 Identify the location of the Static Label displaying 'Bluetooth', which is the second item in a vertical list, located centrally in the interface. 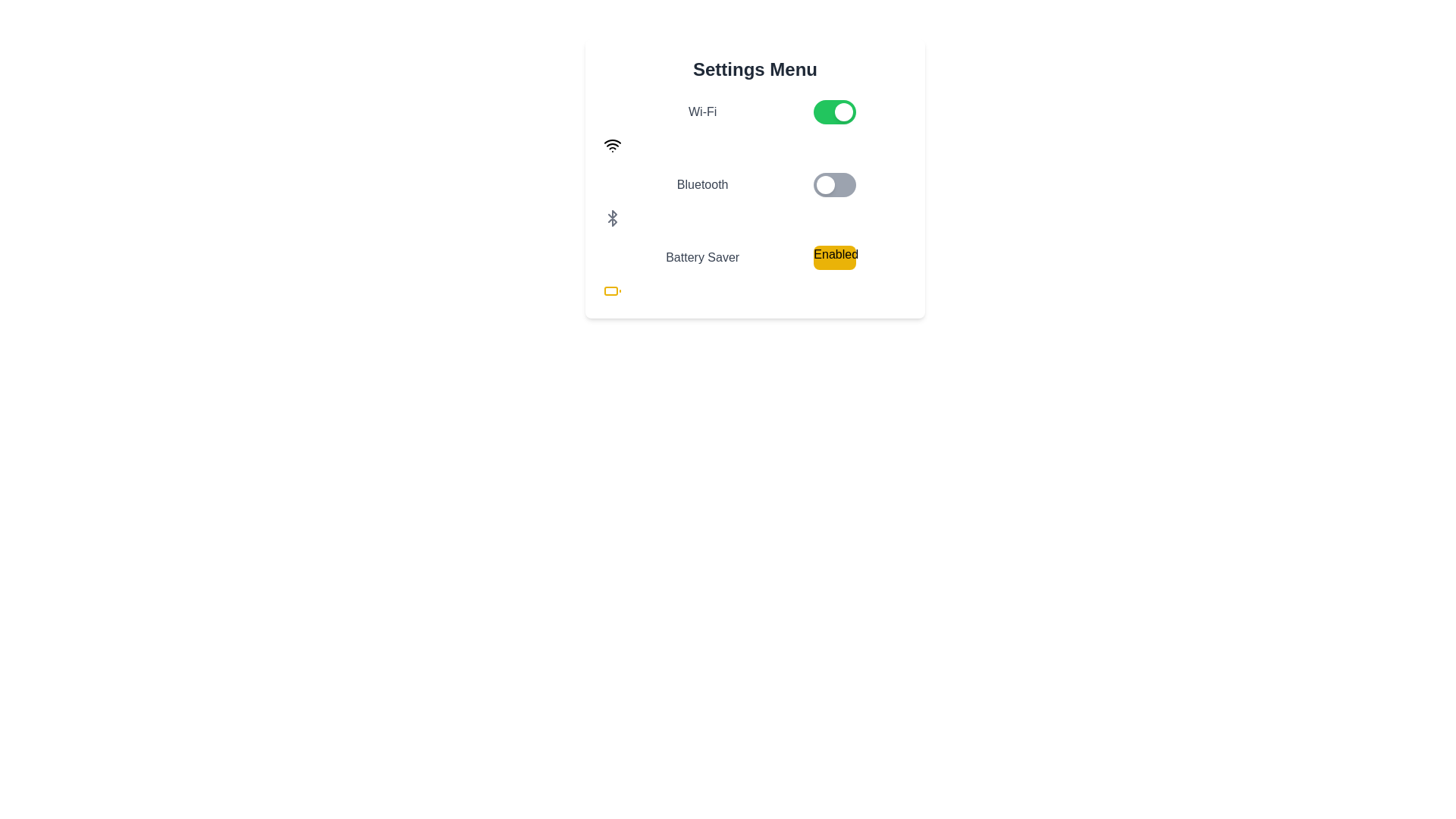
(701, 184).